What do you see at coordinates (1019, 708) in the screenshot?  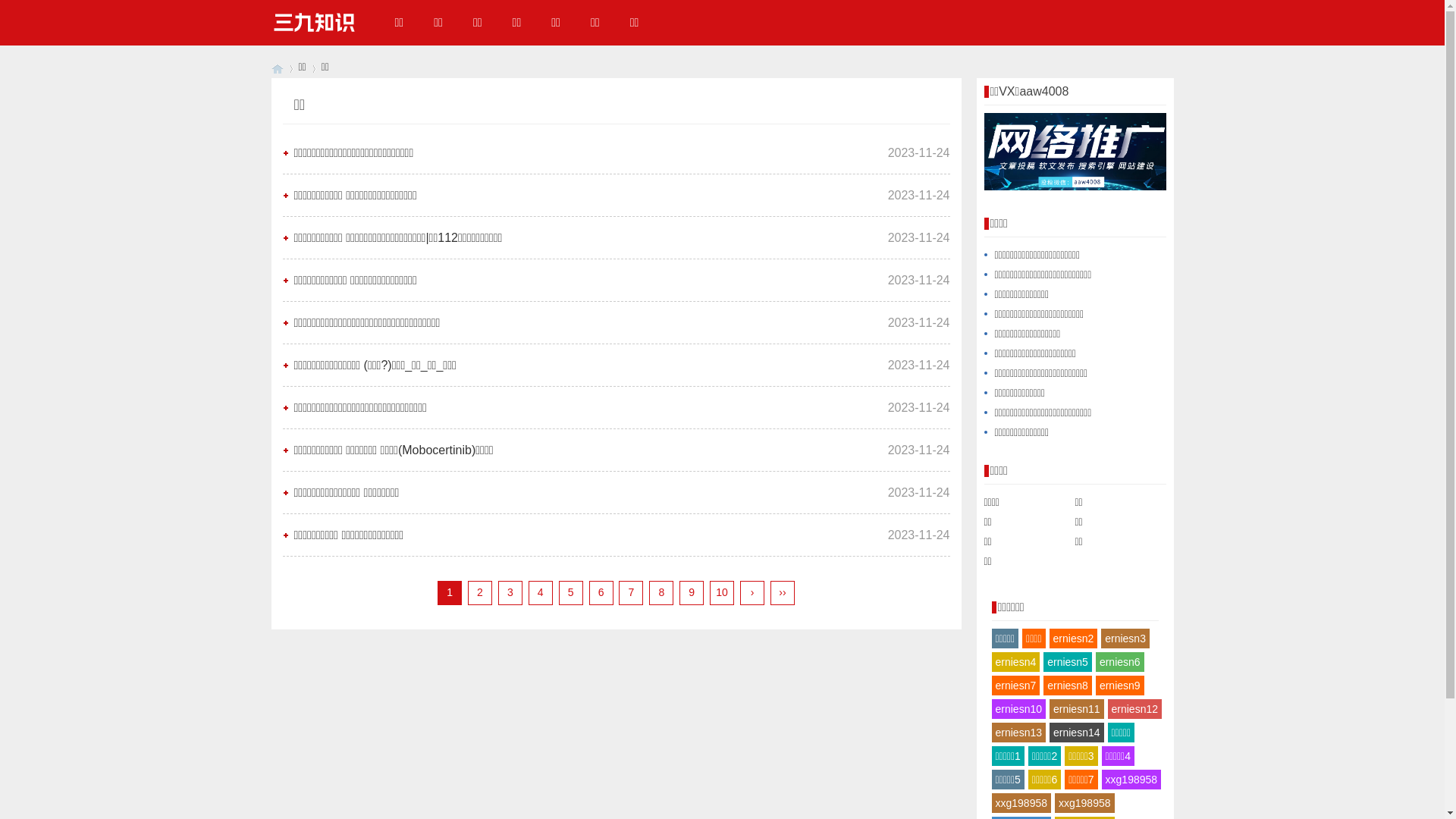 I see `'erniesn10'` at bounding box center [1019, 708].